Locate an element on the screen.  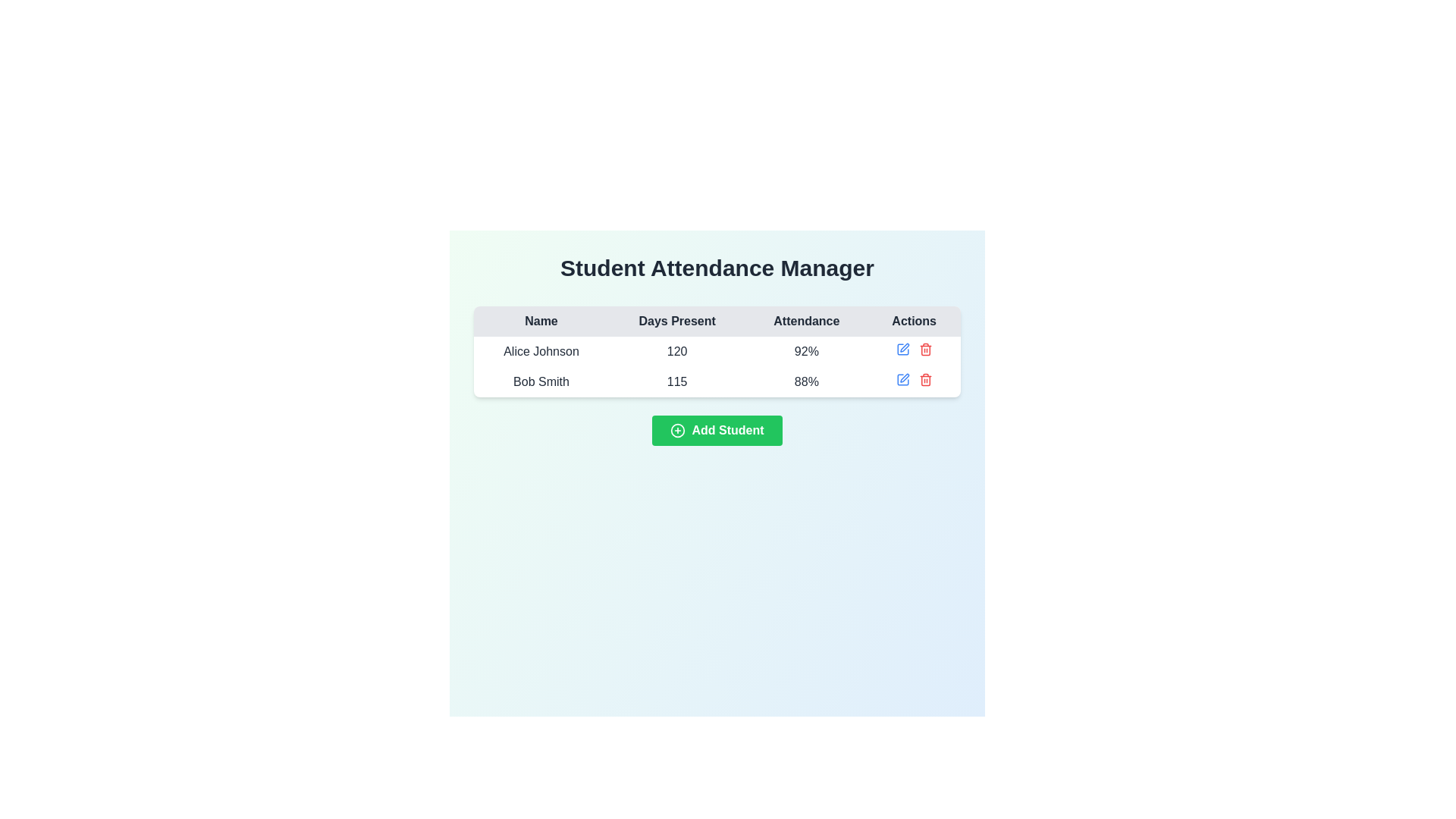
the 'Days Present' text display for the individual 'Alice Johnson' in the table is located at coordinates (676, 351).